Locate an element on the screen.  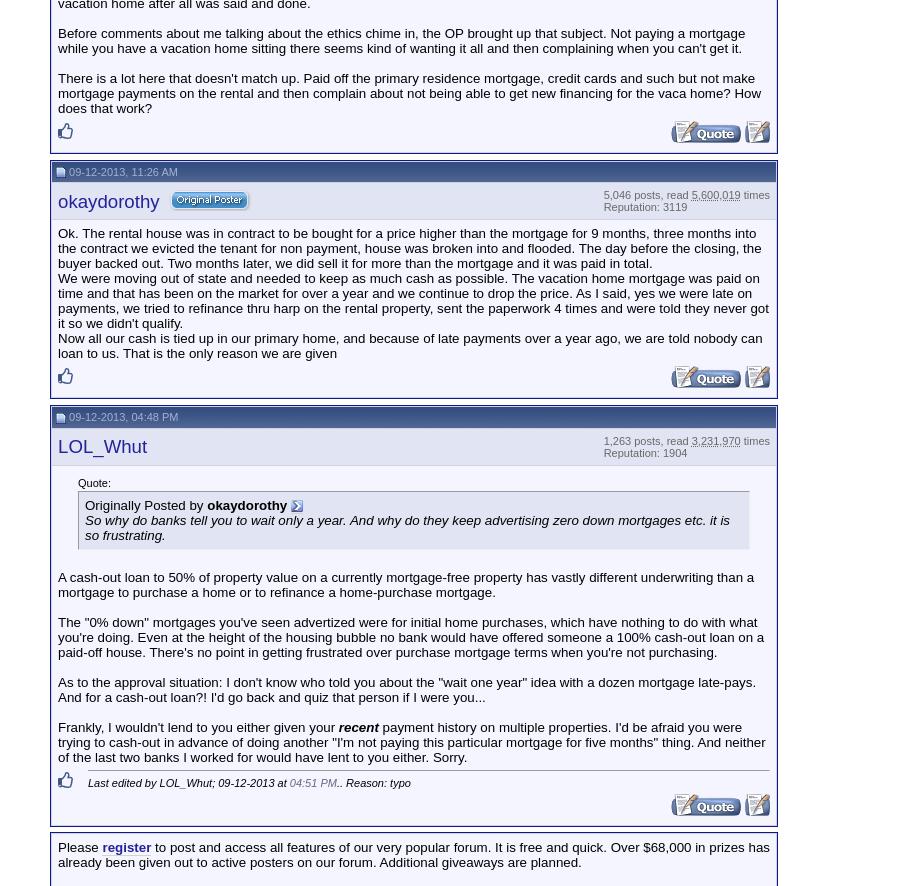
'5,600,019' is located at coordinates (715, 195).